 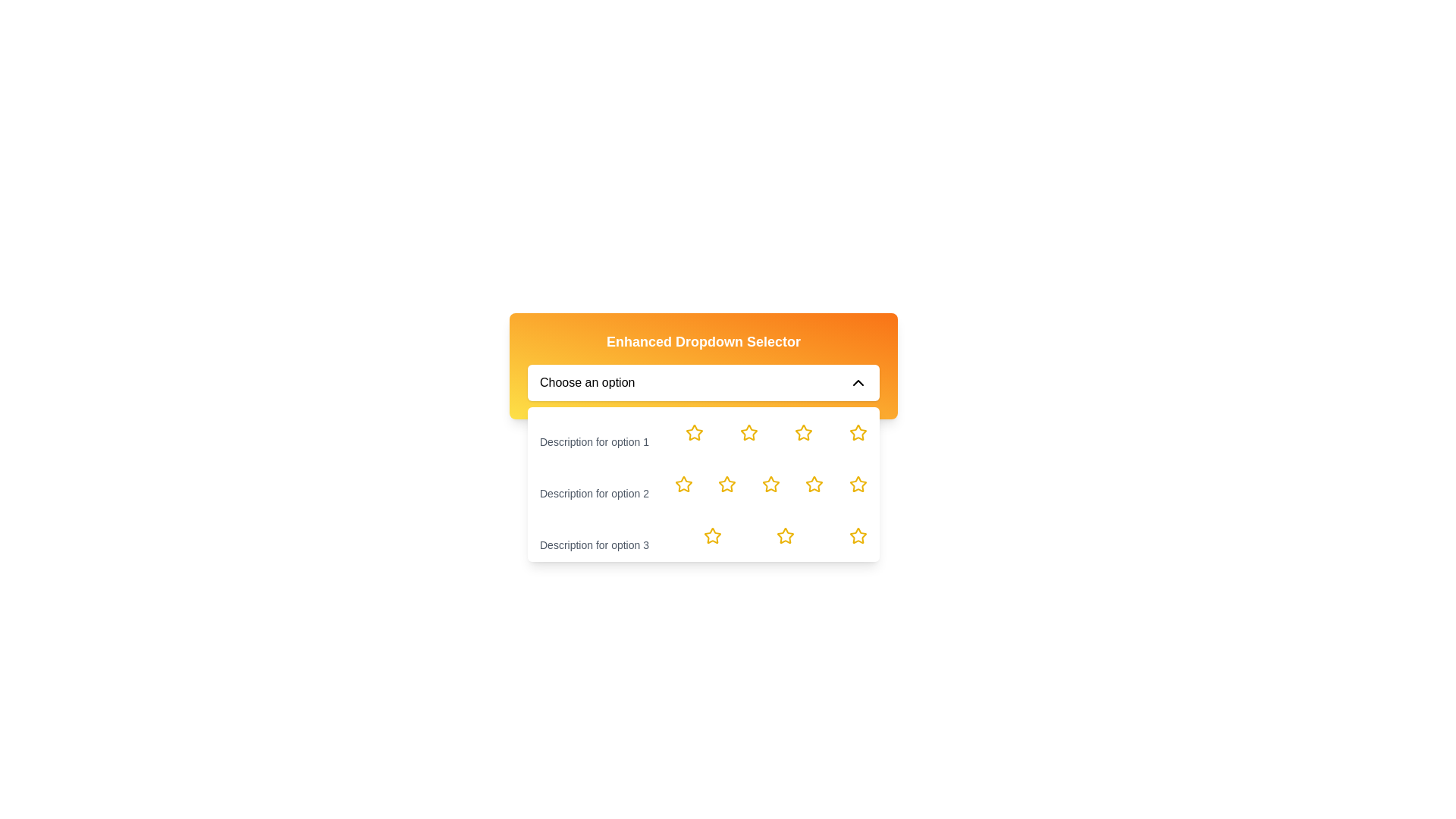 I want to click on the dropdown button displaying 'Choose an option', so click(x=702, y=382).